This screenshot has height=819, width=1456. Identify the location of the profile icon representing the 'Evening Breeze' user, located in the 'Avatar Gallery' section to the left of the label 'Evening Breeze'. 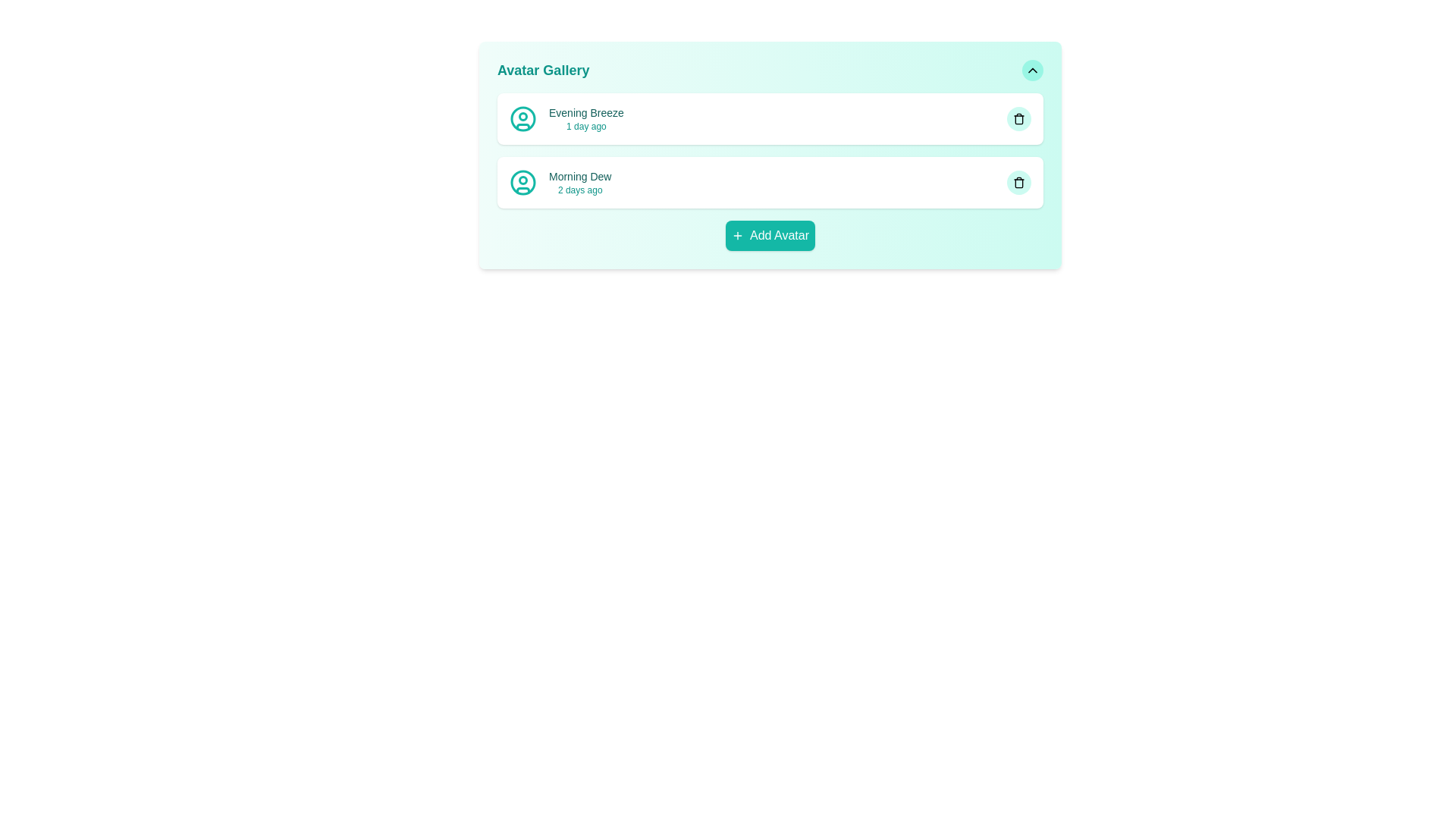
(523, 118).